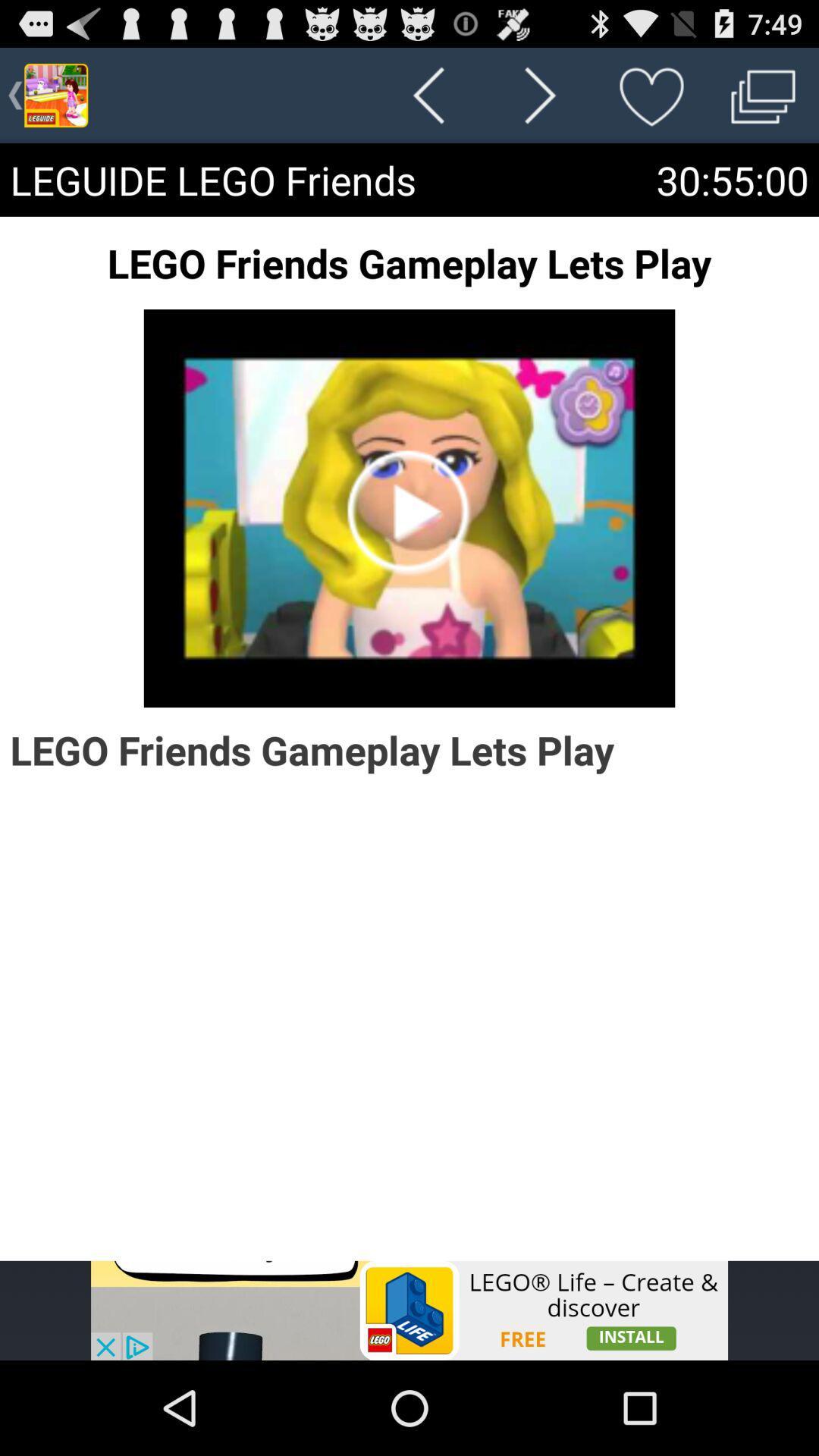  What do you see at coordinates (409, 1310) in the screenshot?
I see `an advertisement` at bounding box center [409, 1310].